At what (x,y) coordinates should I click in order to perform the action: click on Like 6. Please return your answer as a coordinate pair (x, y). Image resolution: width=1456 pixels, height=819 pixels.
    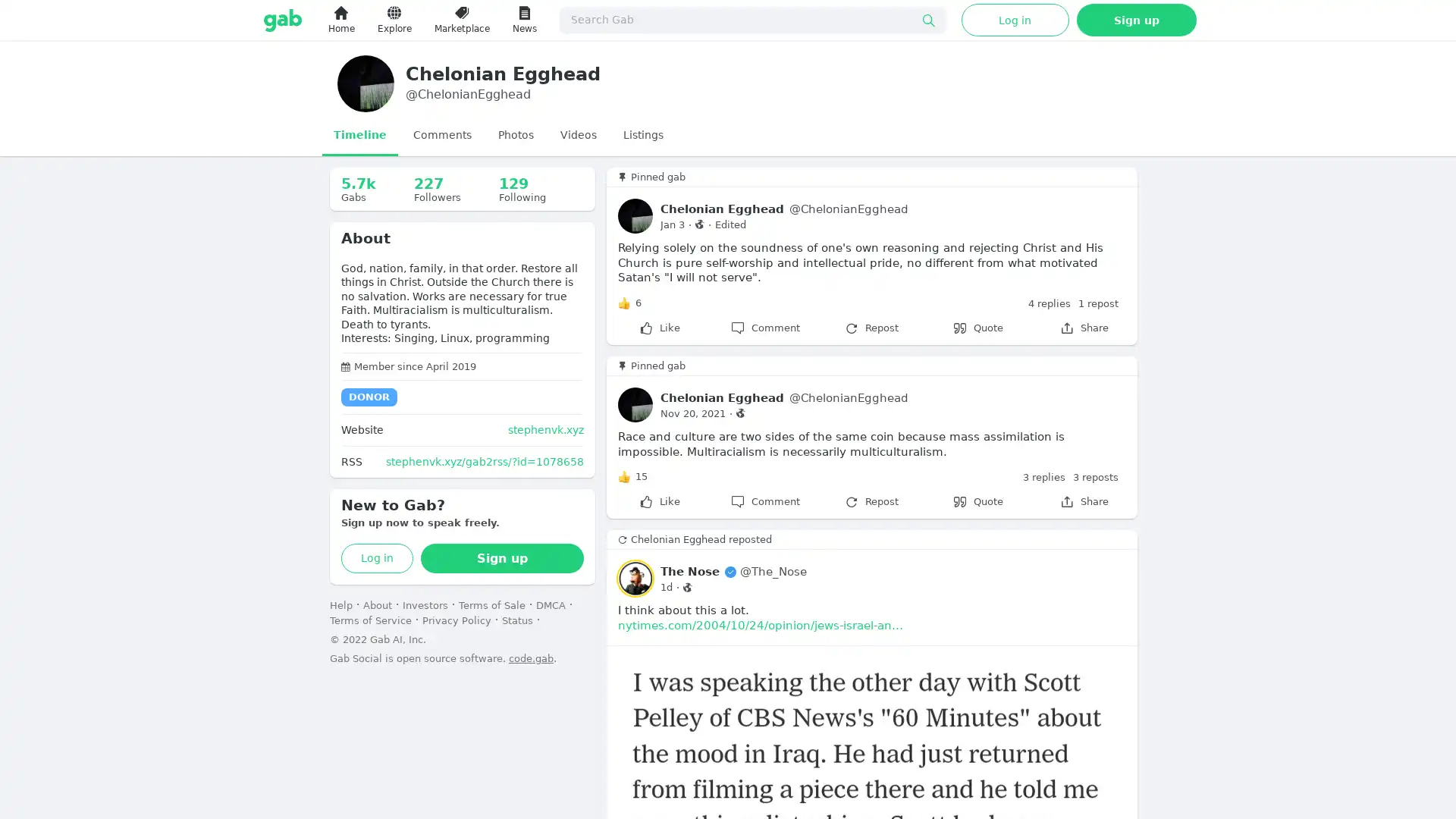
    Looking at the image, I should click on (629, 303).